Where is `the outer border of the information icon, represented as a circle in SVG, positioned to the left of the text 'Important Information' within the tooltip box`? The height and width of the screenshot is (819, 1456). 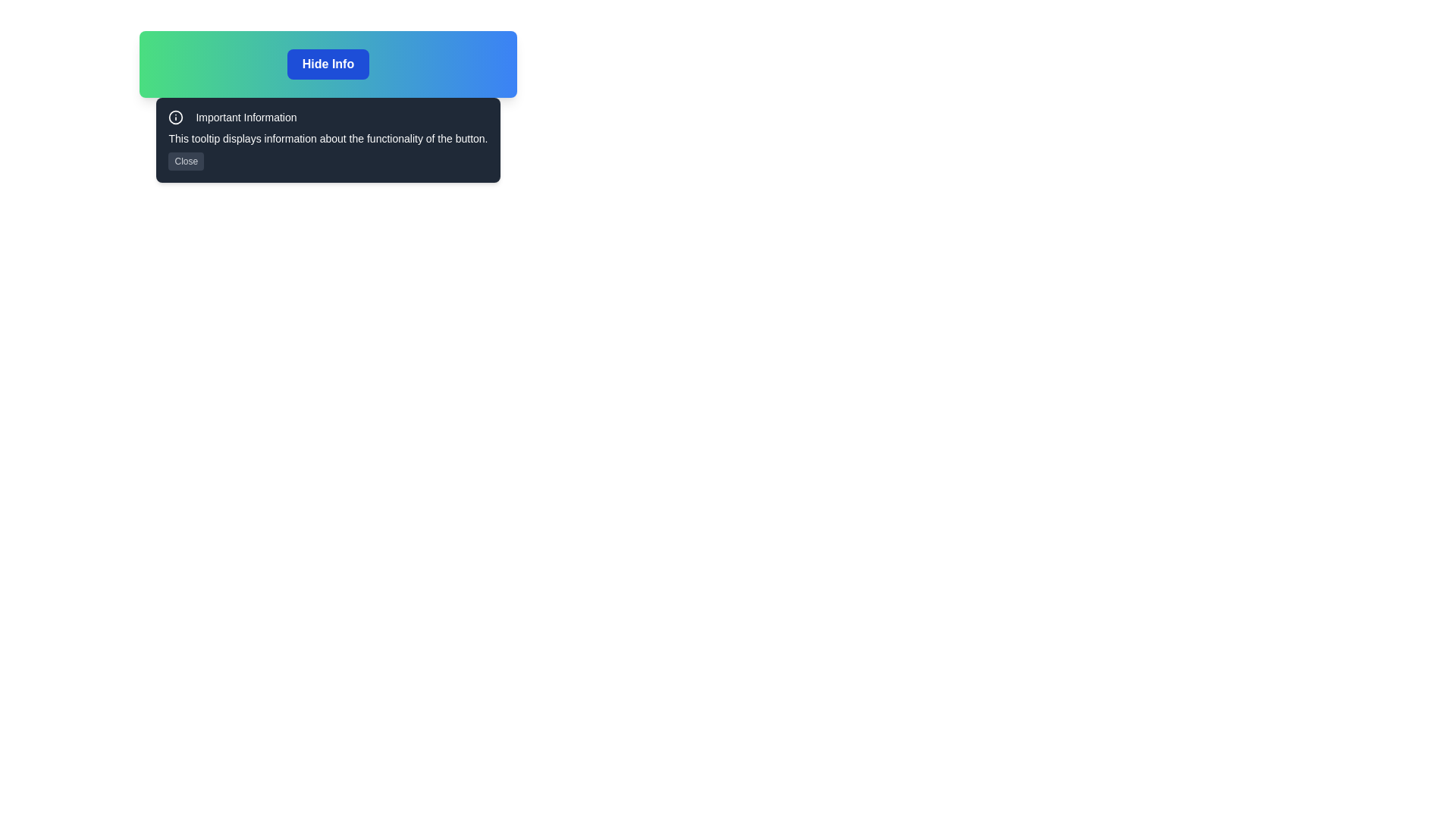
the outer border of the information icon, represented as a circle in SVG, positioned to the left of the text 'Important Information' within the tooltip box is located at coordinates (176, 116).